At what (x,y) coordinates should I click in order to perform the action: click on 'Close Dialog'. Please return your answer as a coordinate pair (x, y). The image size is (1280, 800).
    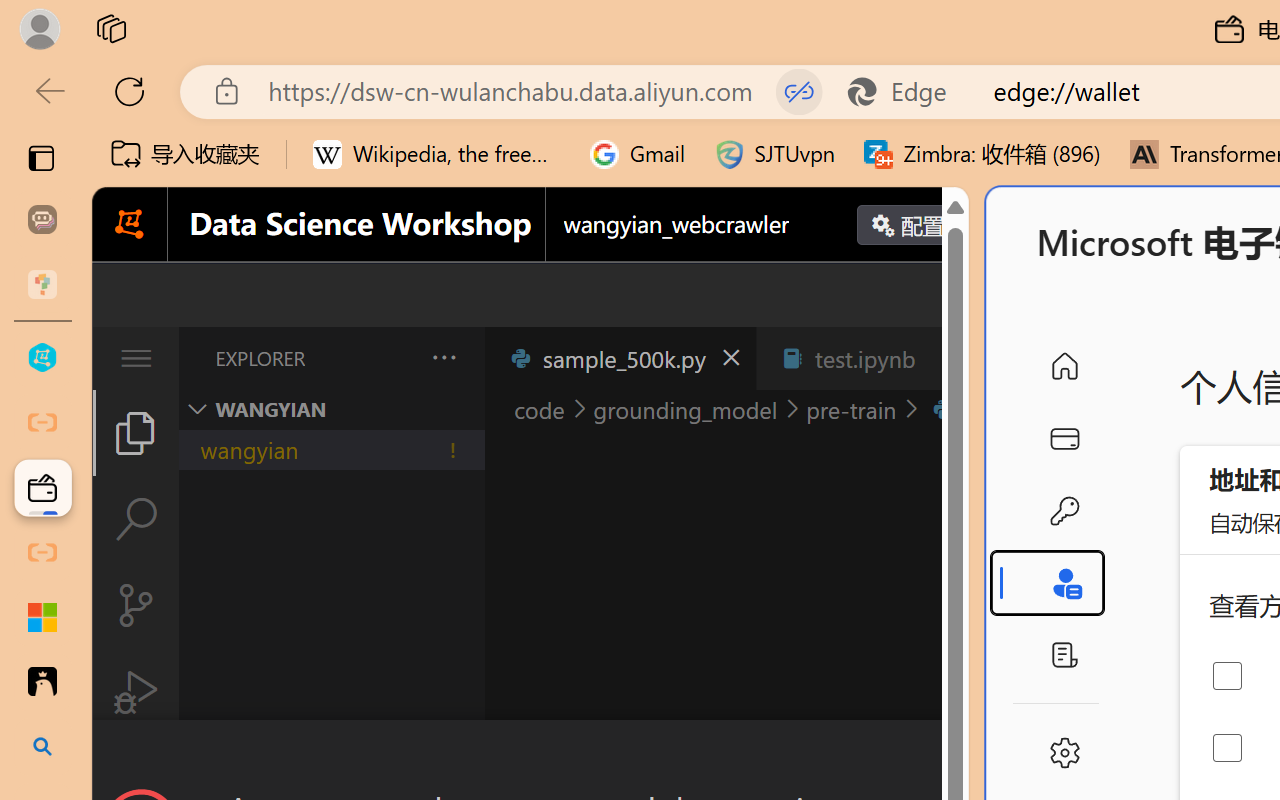
    Looking at the image, I should click on (960, 756).